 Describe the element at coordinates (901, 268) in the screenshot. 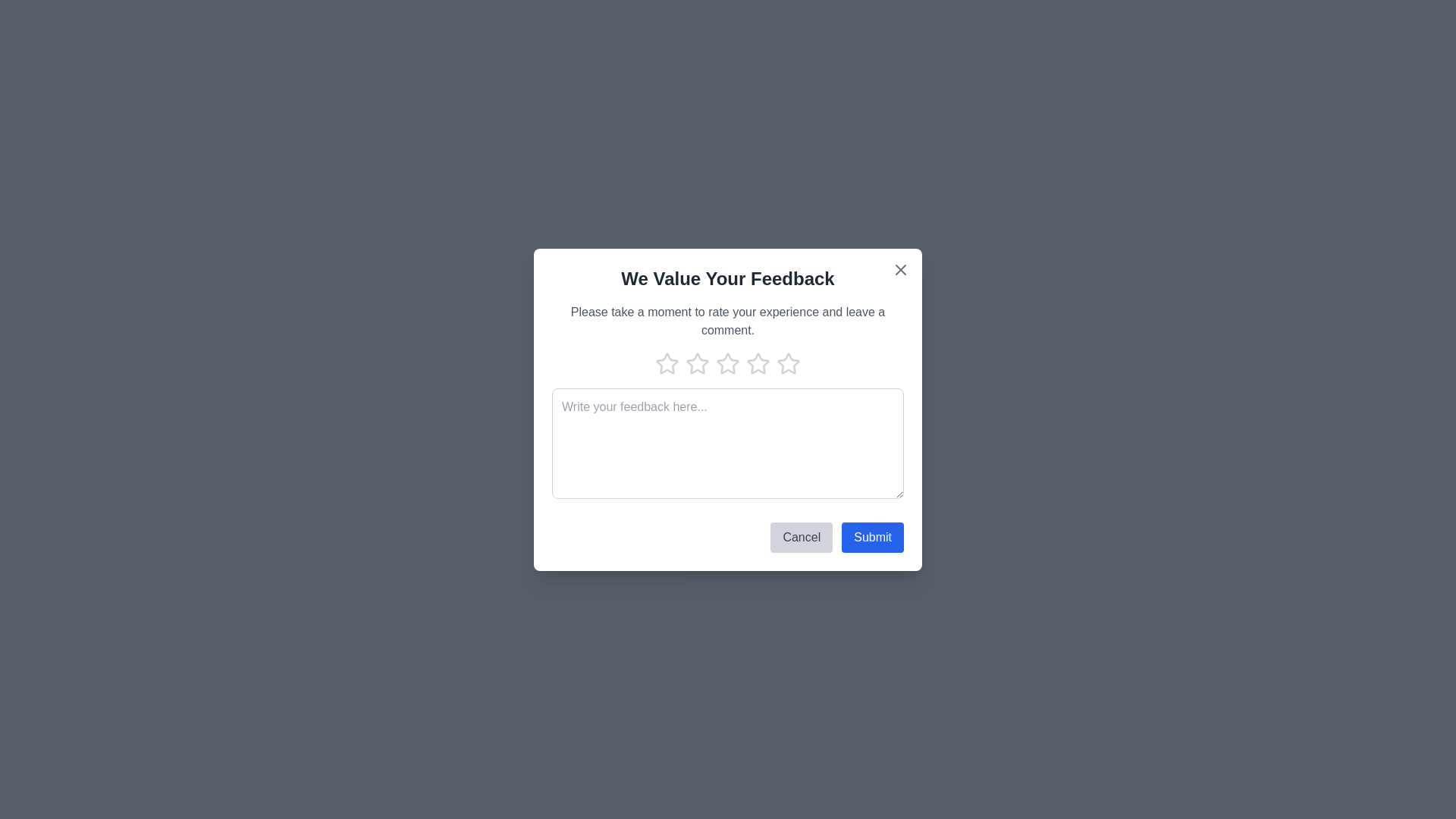

I see `the close button (small 'X' icon) located at the top-right corner of the modal window titled 'We Value Your Feedback'` at that location.